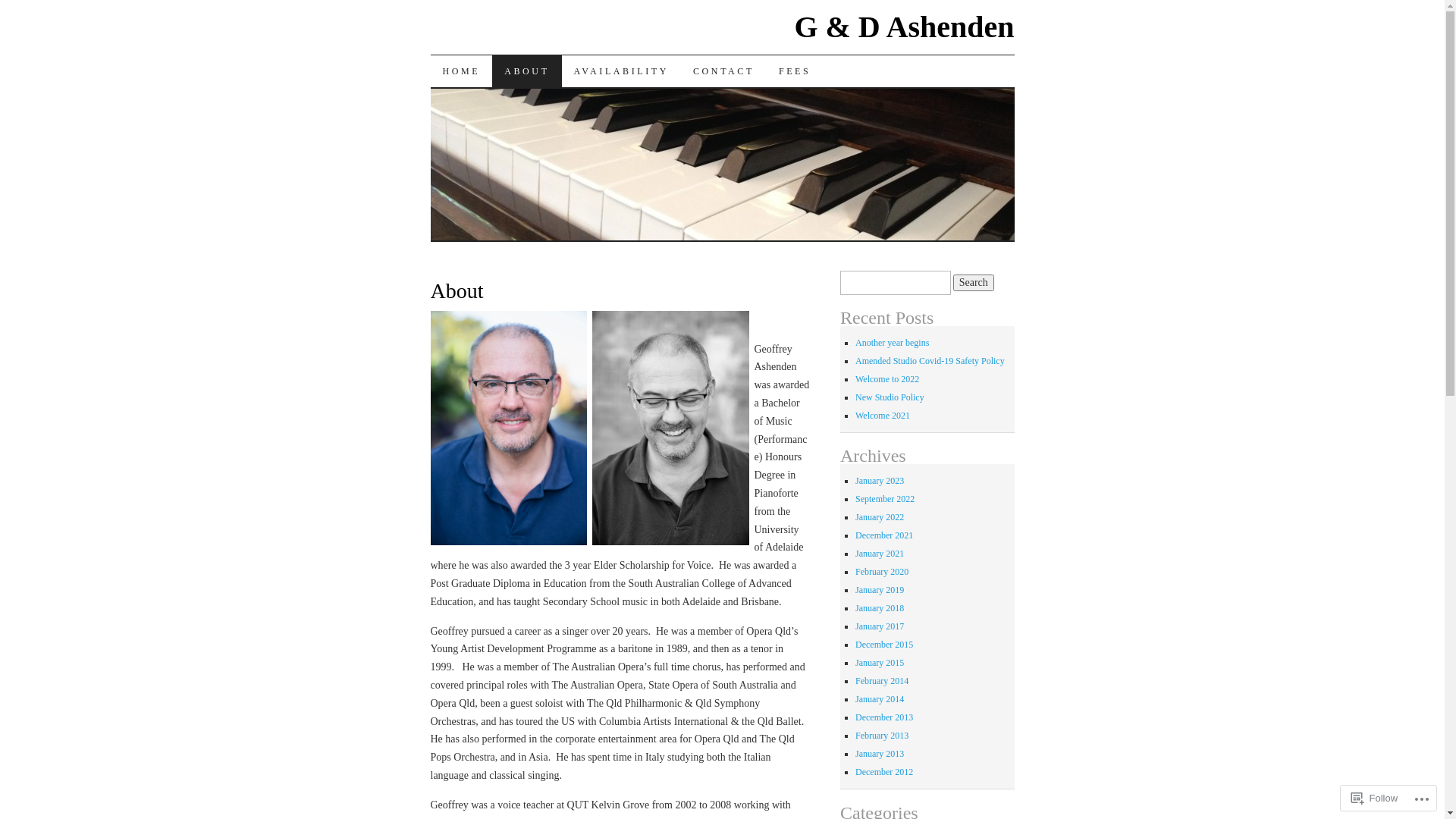  What do you see at coordinates (881, 680) in the screenshot?
I see `'February 2014'` at bounding box center [881, 680].